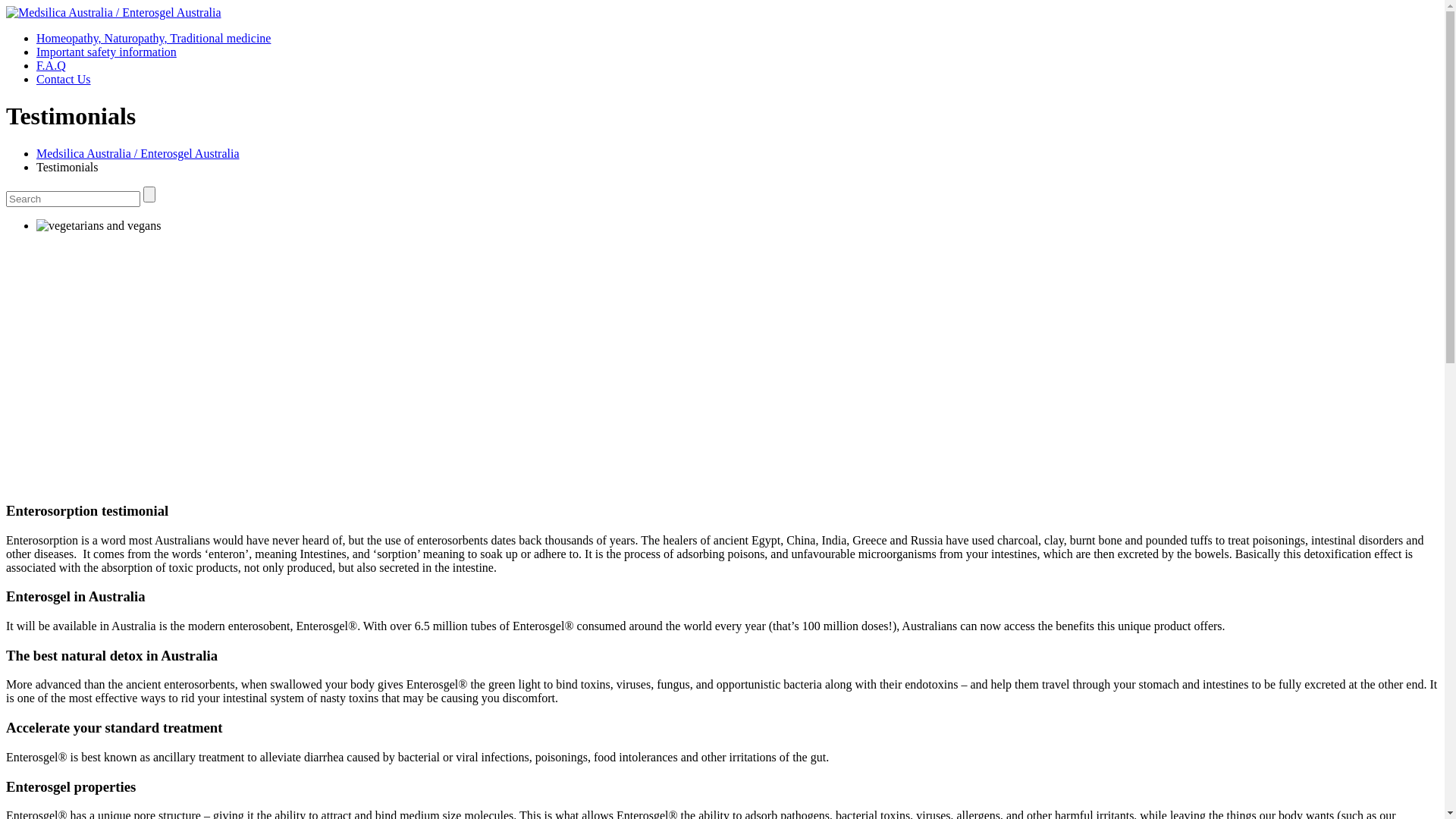 Image resolution: width=1456 pixels, height=819 pixels. I want to click on 'Homeopathy, Naturopathy, Traditional medicine', so click(153, 37).